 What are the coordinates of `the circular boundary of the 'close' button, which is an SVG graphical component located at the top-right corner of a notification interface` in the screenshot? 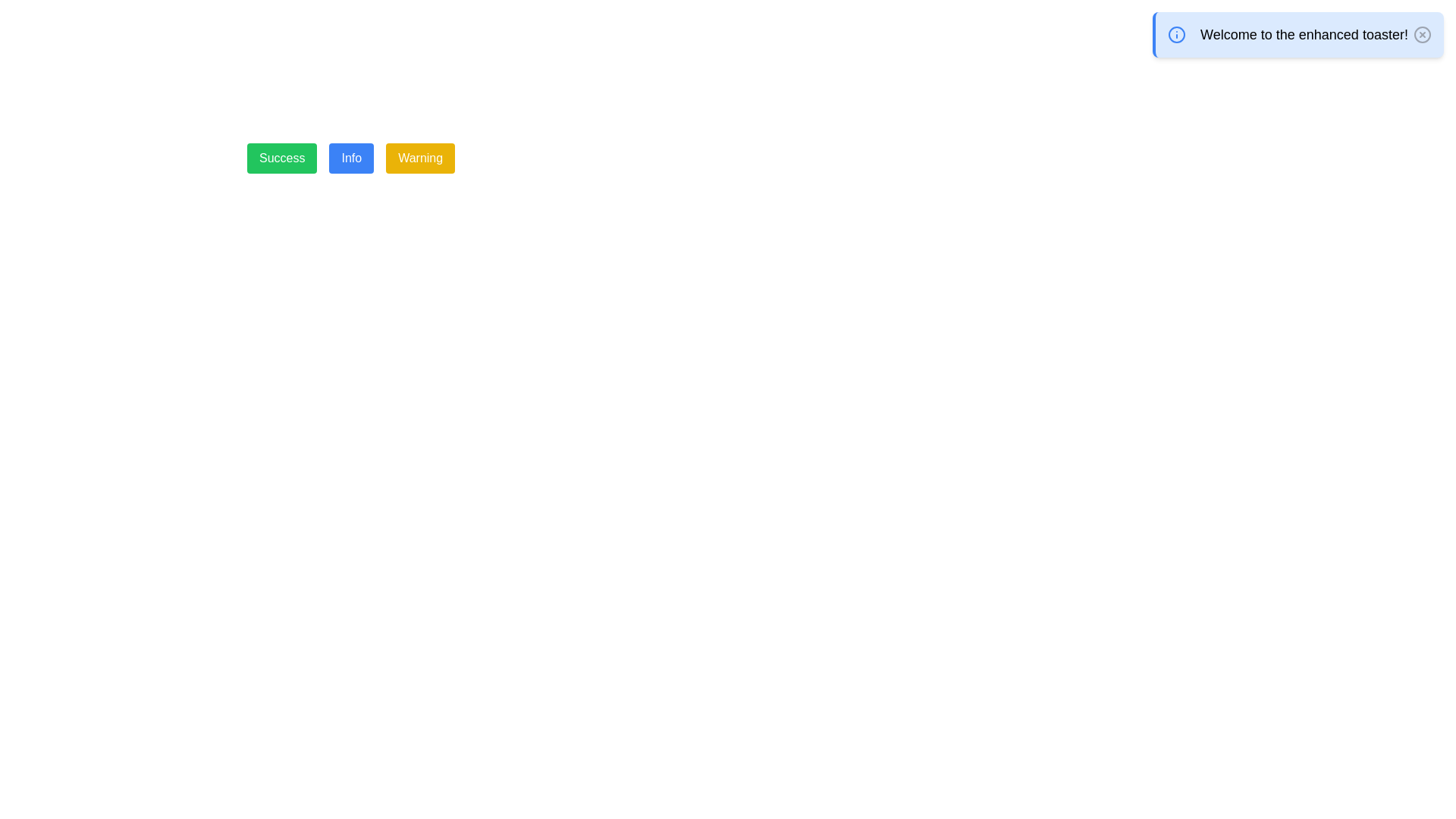 It's located at (1422, 34).